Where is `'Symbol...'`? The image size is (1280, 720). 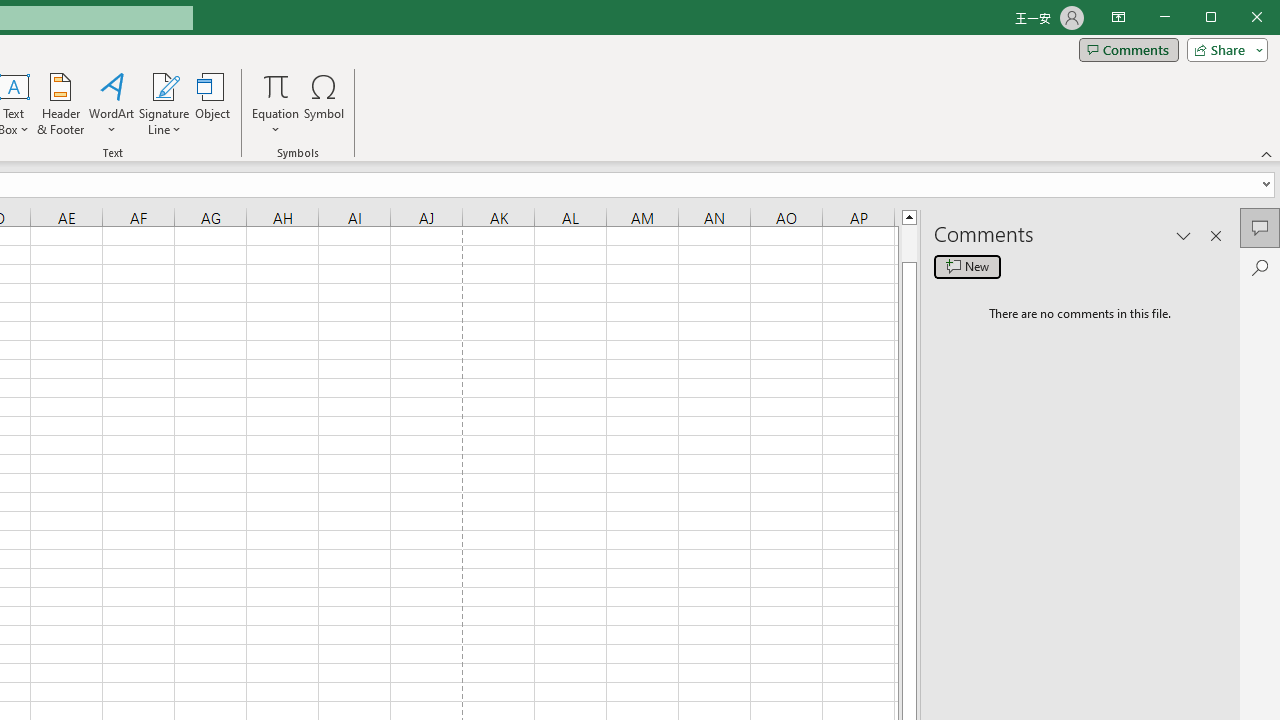
'Symbol...' is located at coordinates (324, 104).